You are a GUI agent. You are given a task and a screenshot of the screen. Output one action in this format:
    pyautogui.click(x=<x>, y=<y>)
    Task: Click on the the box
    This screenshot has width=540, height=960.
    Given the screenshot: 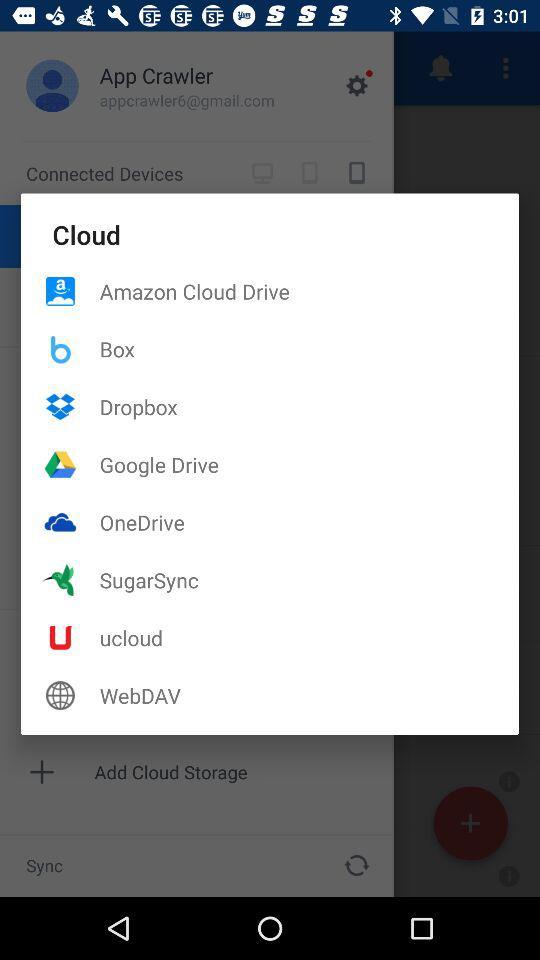 What is the action you would take?
    pyautogui.click(x=309, y=349)
    